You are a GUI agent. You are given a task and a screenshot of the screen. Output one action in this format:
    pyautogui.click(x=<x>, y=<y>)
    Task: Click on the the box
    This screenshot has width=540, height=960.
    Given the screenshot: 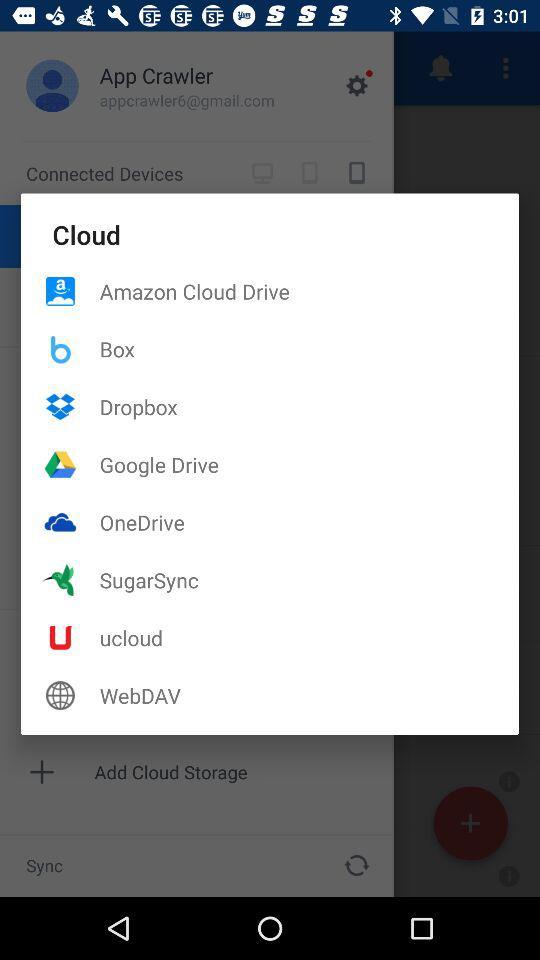 What is the action you would take?
    pyautogui.click(x=309, y=349)
    